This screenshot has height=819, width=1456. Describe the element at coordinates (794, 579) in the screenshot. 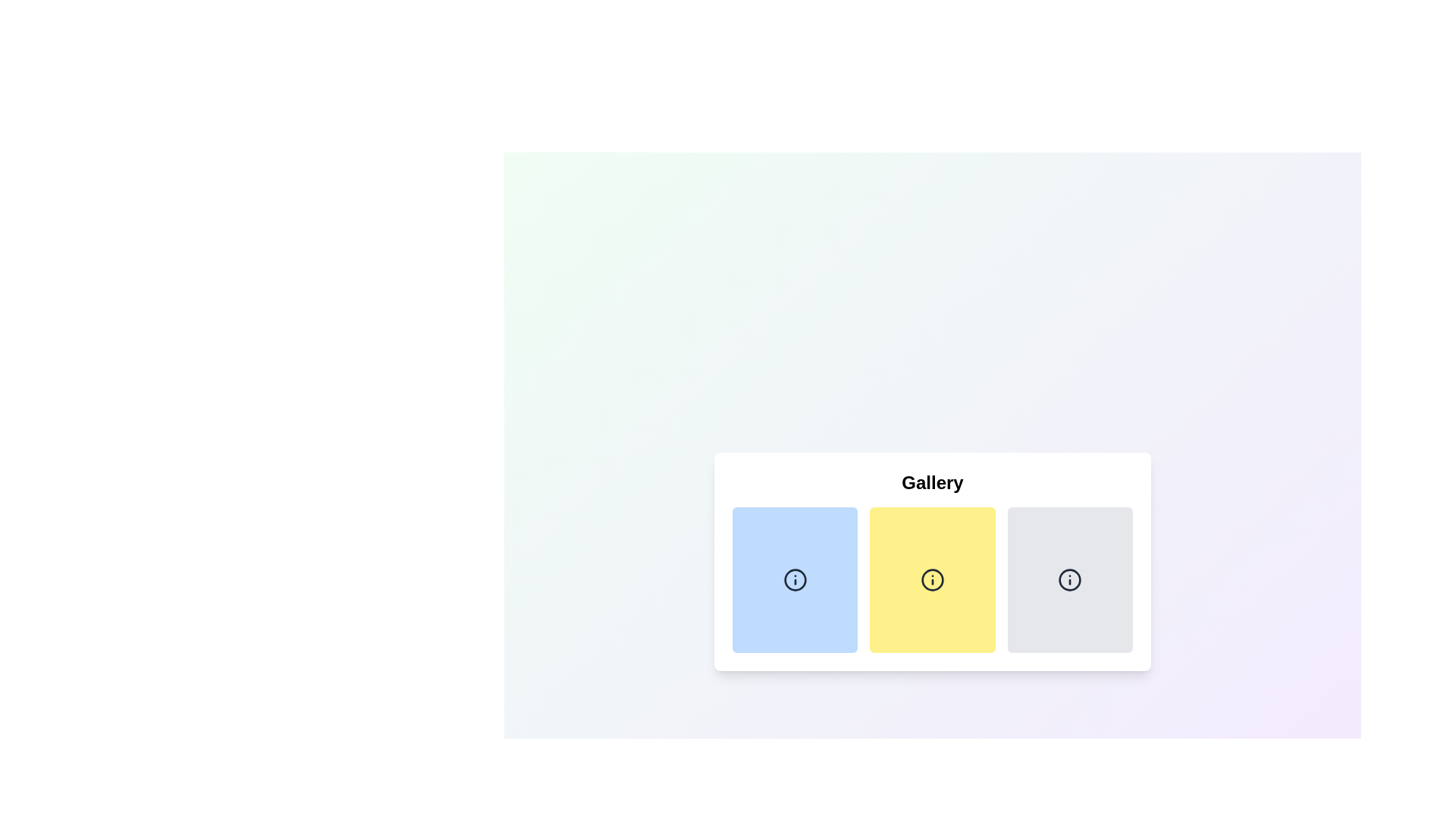

I see `the SVG Icon located in the center of the blue-colored card on the left side of the gallery layout, which indicates the availability of additional information about the card` at that location.